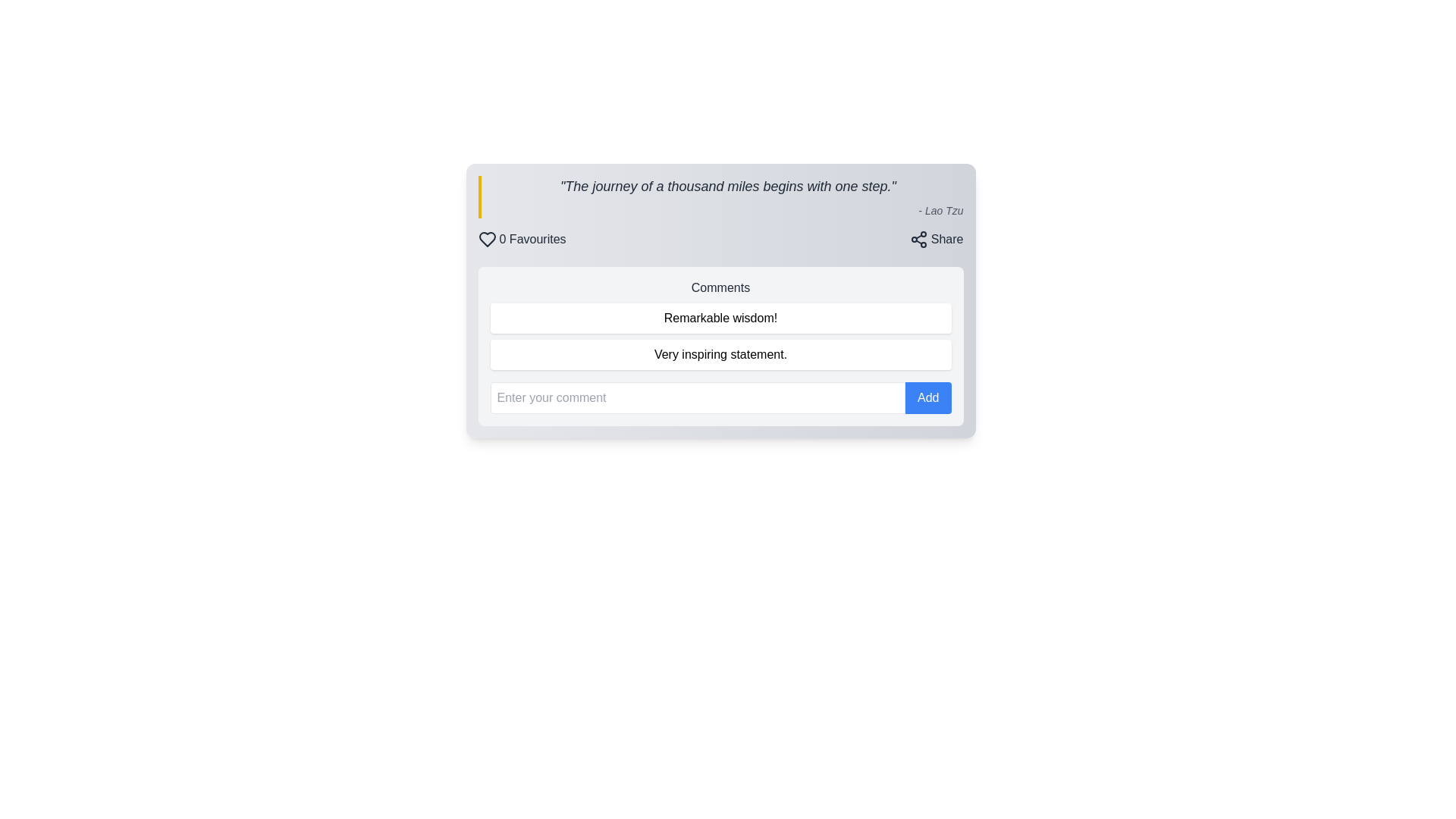 The height and width of the screenshot is (819, 1456). I want to click on the static text label that serves as a header for the comments section, which is positioned at the top of the interface and horizontally centered within a light gray background, so click(720, 288).